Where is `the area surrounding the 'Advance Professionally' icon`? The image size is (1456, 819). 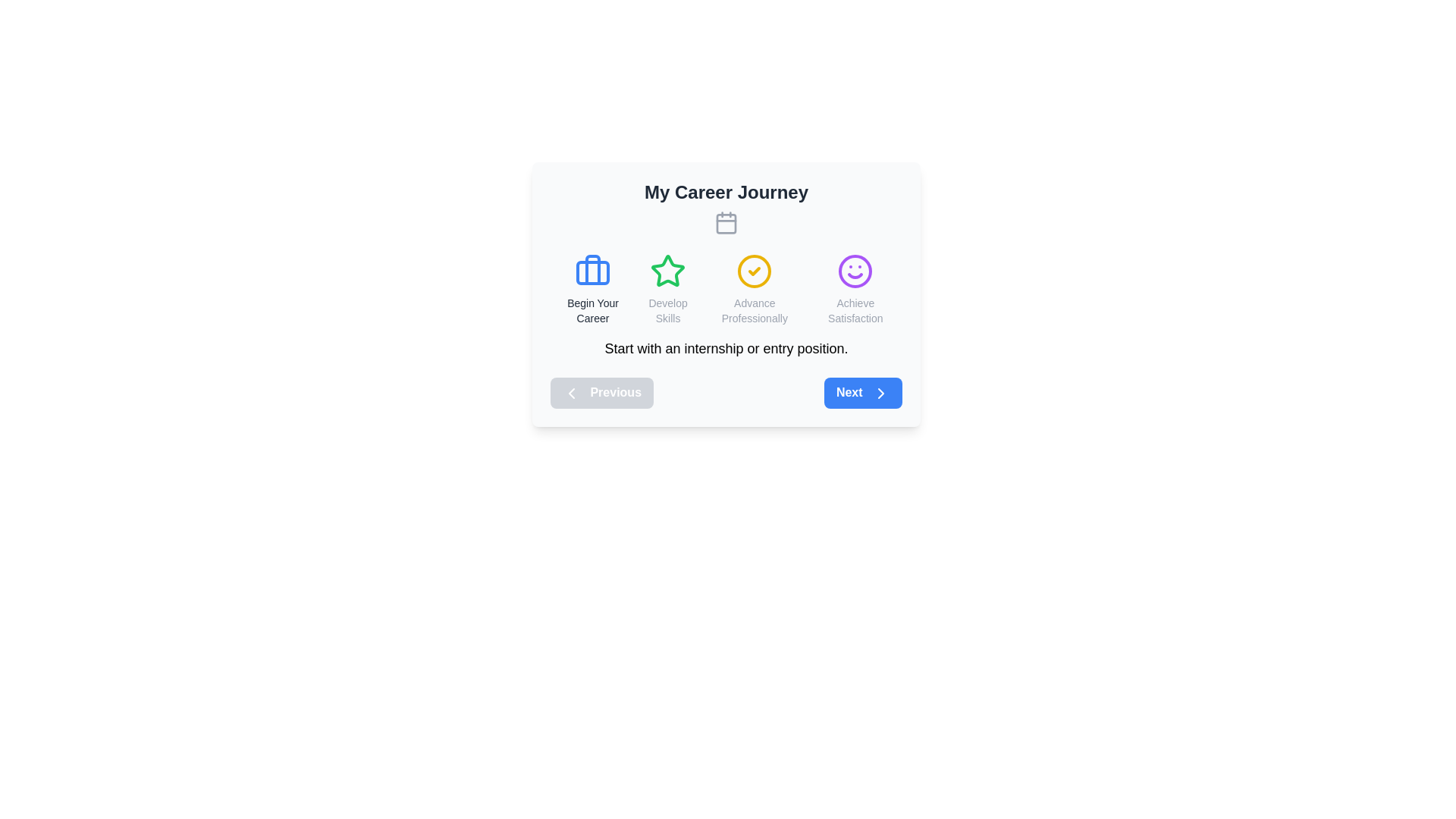
the area surrounding the 'Advance Professionally' icon is located at coordinates (755, 271).